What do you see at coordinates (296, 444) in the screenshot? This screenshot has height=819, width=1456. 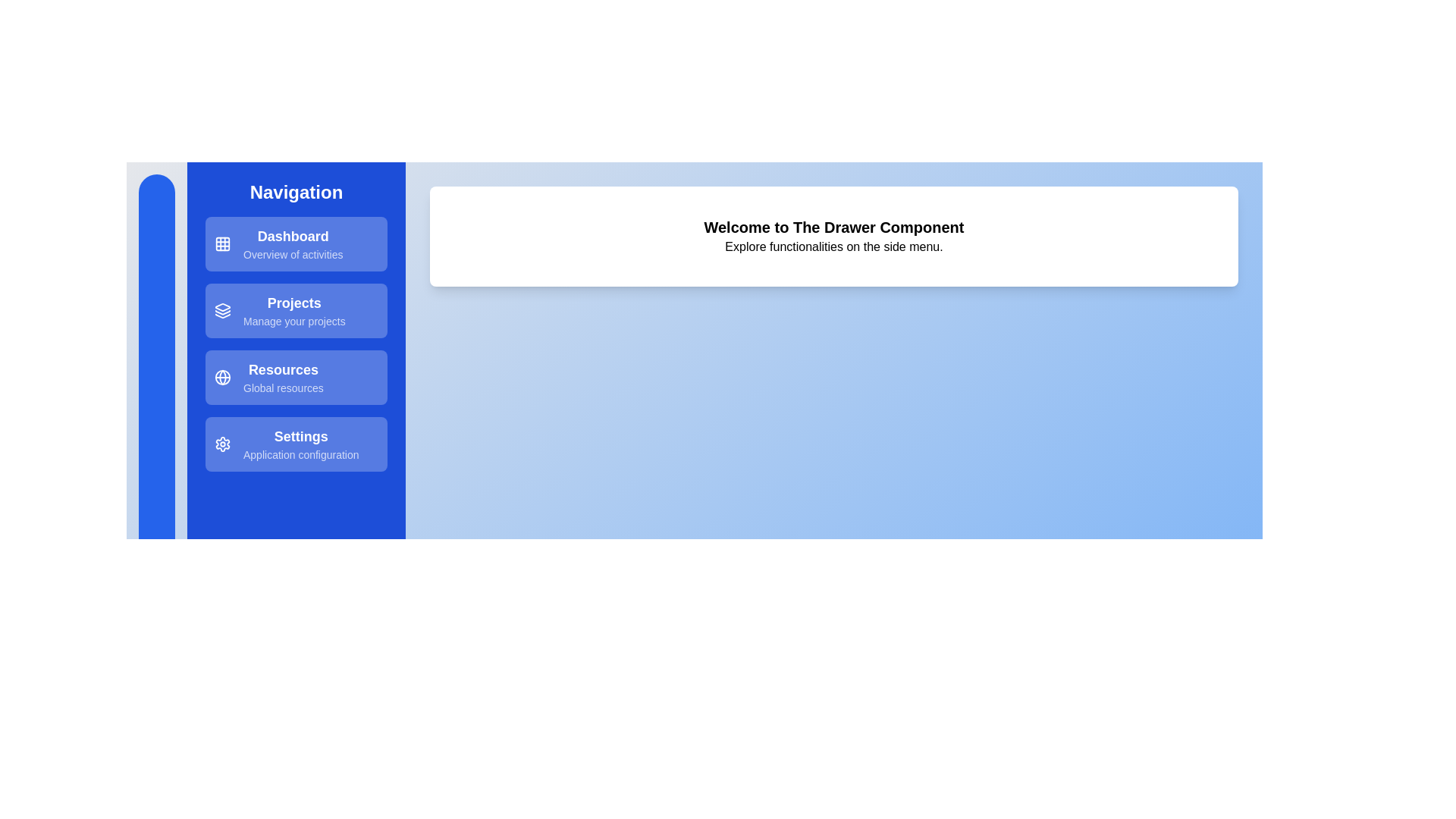 I see `the drawer item labeled 'Settings' to view additional feedback` at bounding box center [296, 444].